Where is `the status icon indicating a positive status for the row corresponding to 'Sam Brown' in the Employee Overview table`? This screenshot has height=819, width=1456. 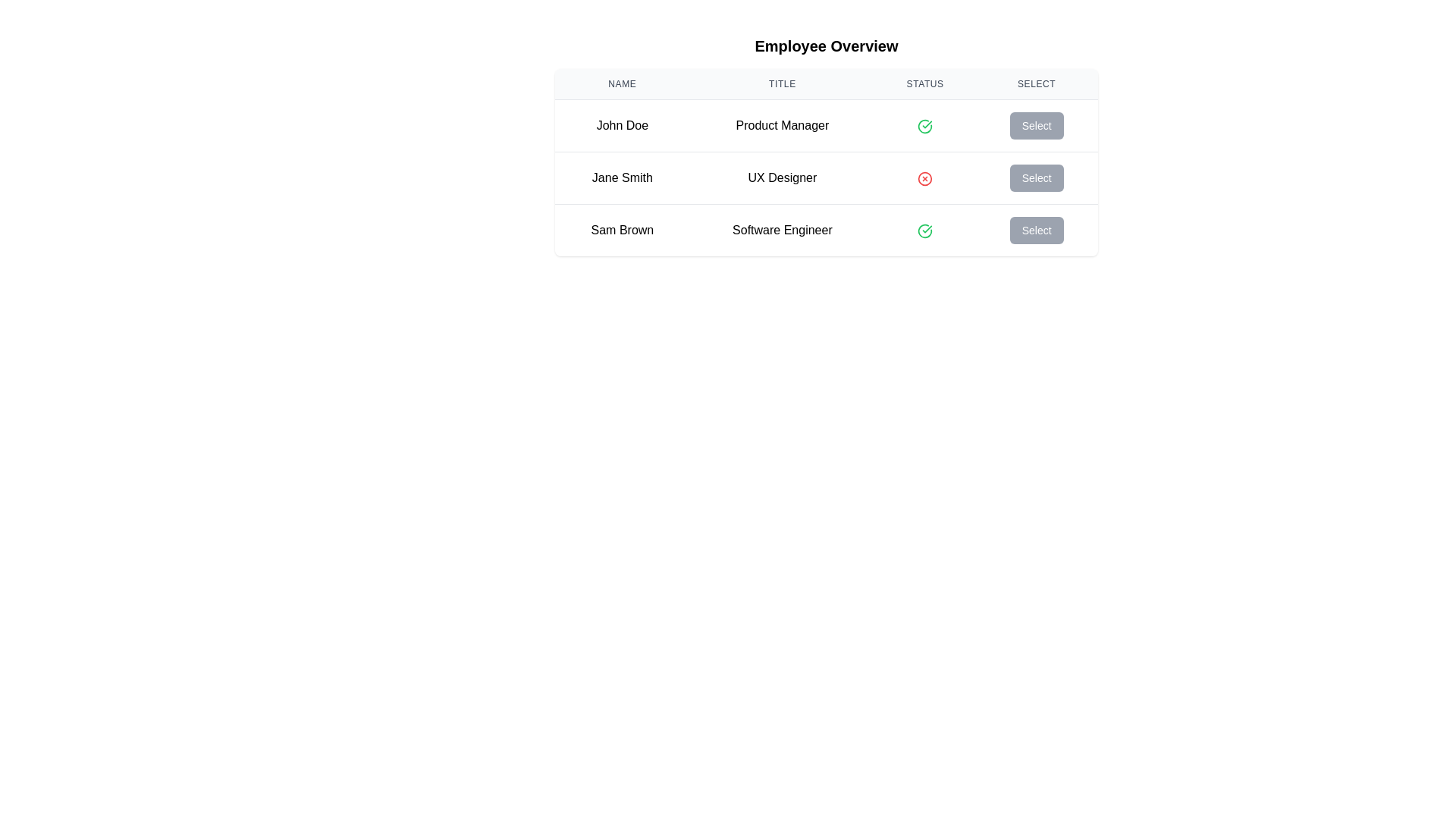 the status icon indicating a positive status for the row corresponding to 'Sam Brown' in the Employee Overview table is located at coordinates (924, 231).